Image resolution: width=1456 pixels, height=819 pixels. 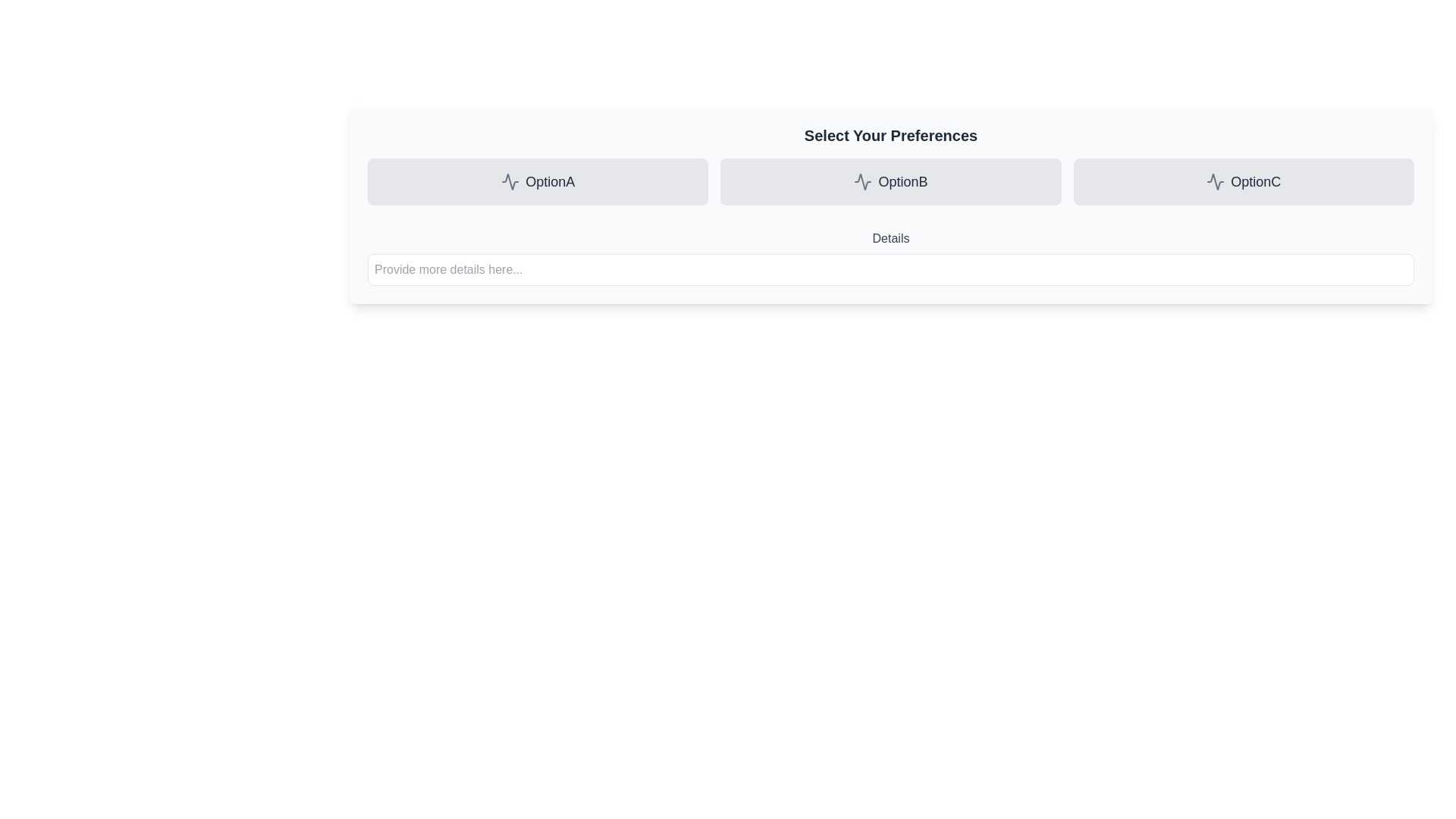 I want to click on the rectangular button labeled 'OptionC' with a waveform icon on the left, so click(x=1244, y=180).